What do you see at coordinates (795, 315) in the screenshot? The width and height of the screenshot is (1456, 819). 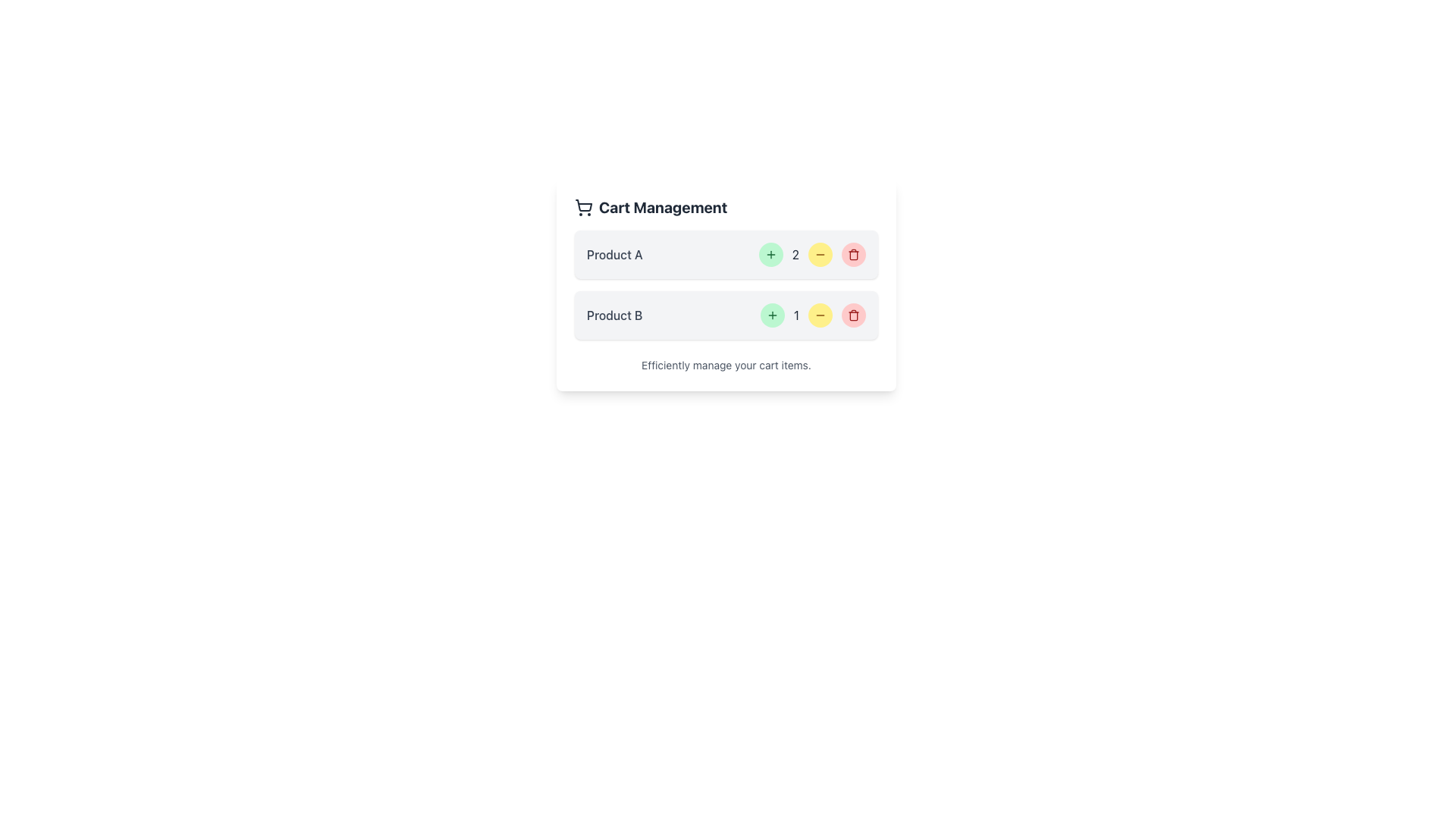 I see `numeric value displayed in the bold, dark-gray Static Text Label showing '1', located under the 'Product B' section between the green and yellow circular buttons` at bounding box center [795, 315].